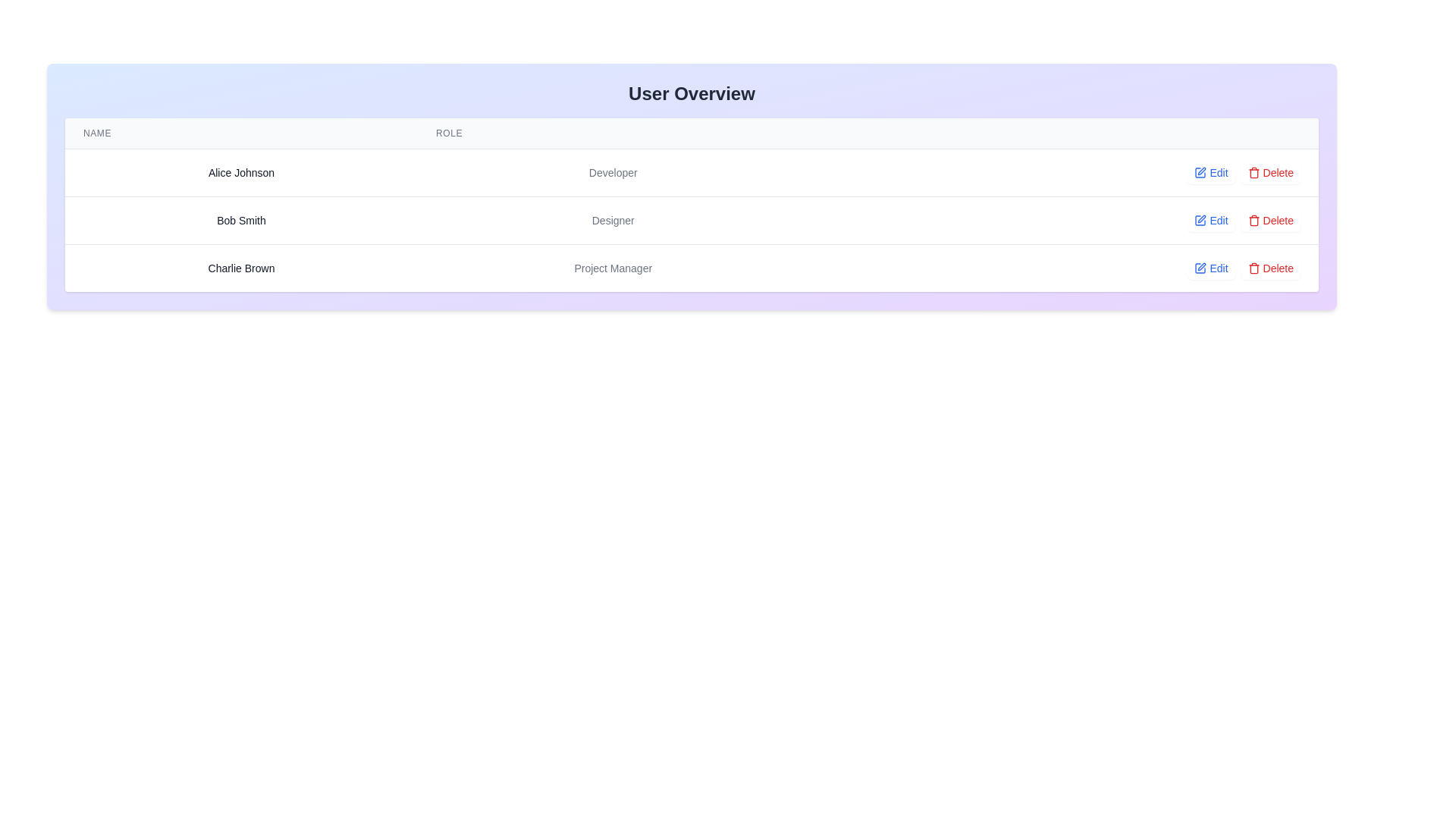 This screenshot has height=819, width=1456. What do you see at coordinates (1062, 267) in the screenshot?
I see `the 'Delete' button located on the right side of the table row containing 'Charlie Brown' and 'Project Manager'` at bounding box center [1062, 267].